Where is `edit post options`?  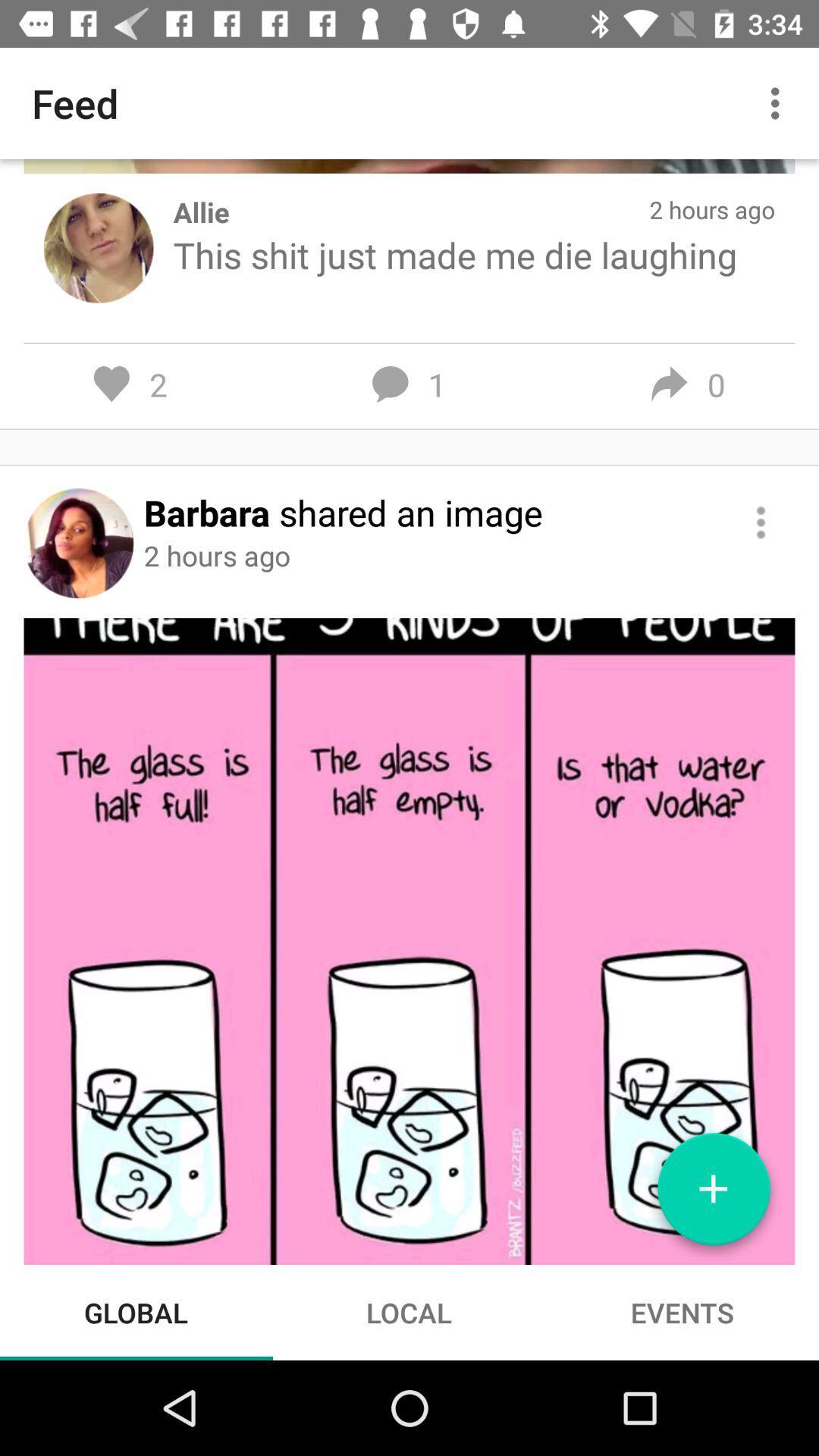
edit post options is located at coordinates (761, 522).